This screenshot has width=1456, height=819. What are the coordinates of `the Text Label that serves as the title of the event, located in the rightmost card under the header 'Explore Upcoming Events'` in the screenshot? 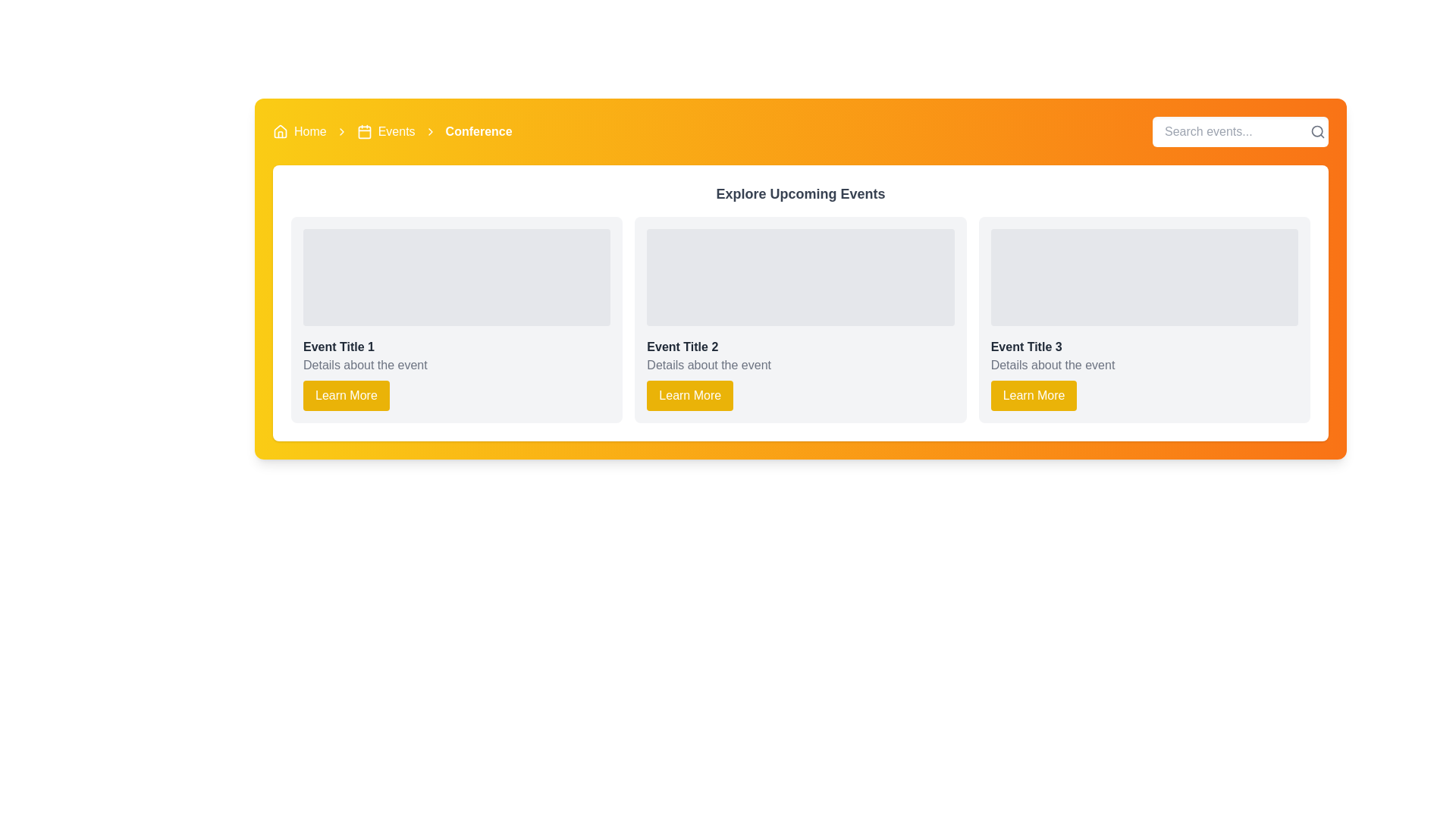 It's located at (1026, 347).